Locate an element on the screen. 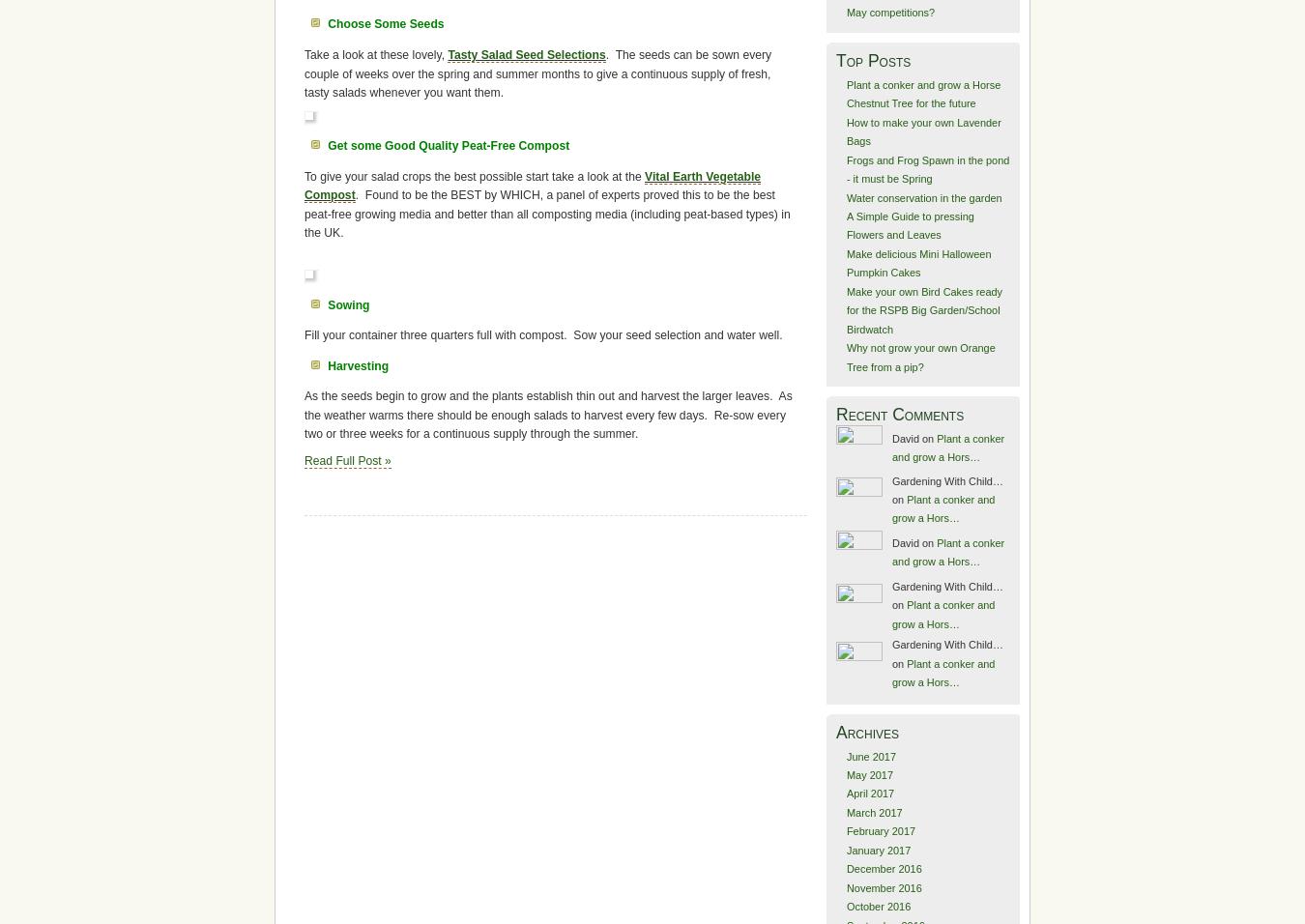 This screenshot has width=1305, height=924. 'Recent Comments' is located at coordinates (898, 414).